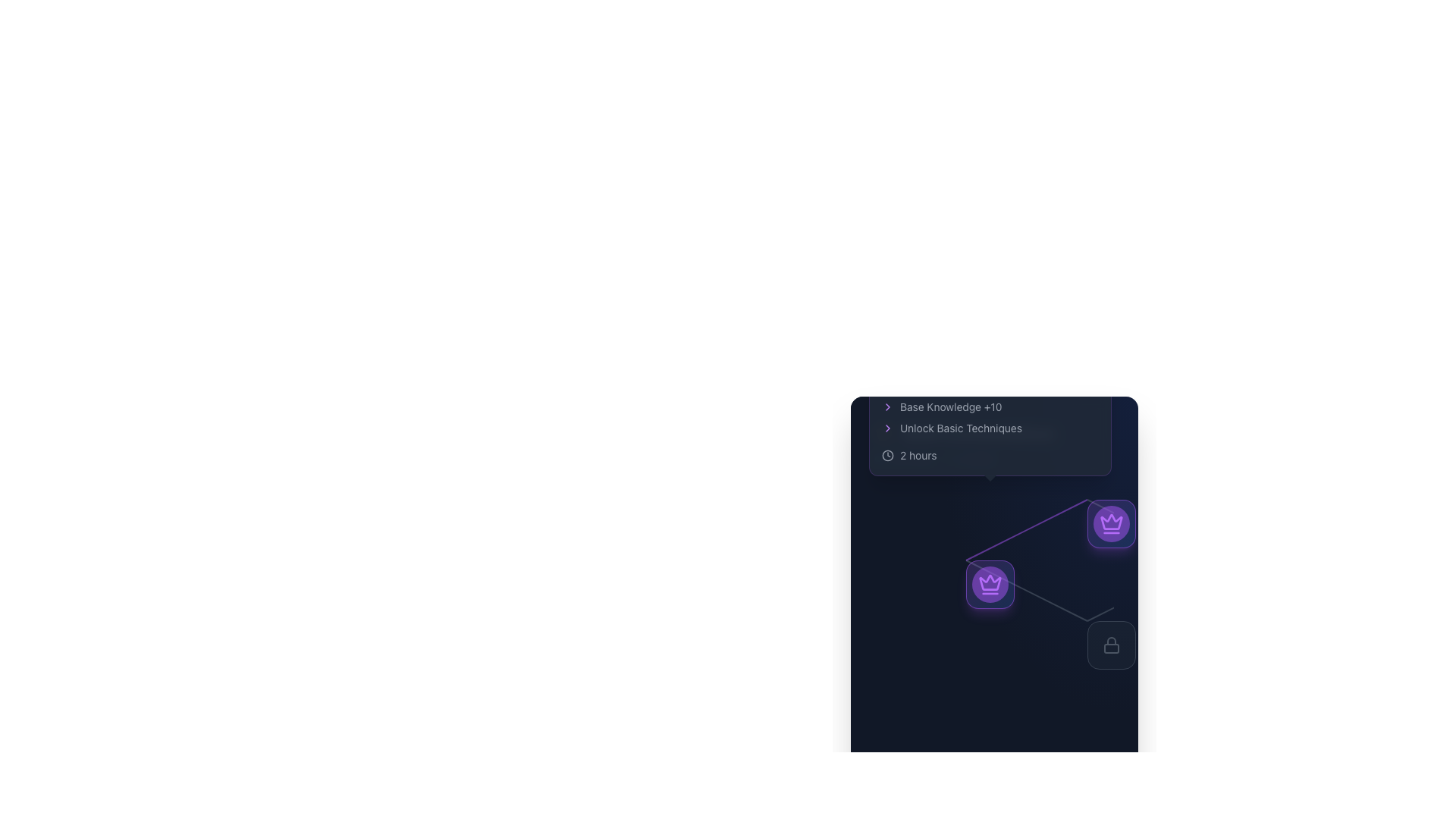  I want to click on the semi-transparent purple circular glow effect surrounding the crown icon, which is animated to pulse and draws attention, so click(990, 584).